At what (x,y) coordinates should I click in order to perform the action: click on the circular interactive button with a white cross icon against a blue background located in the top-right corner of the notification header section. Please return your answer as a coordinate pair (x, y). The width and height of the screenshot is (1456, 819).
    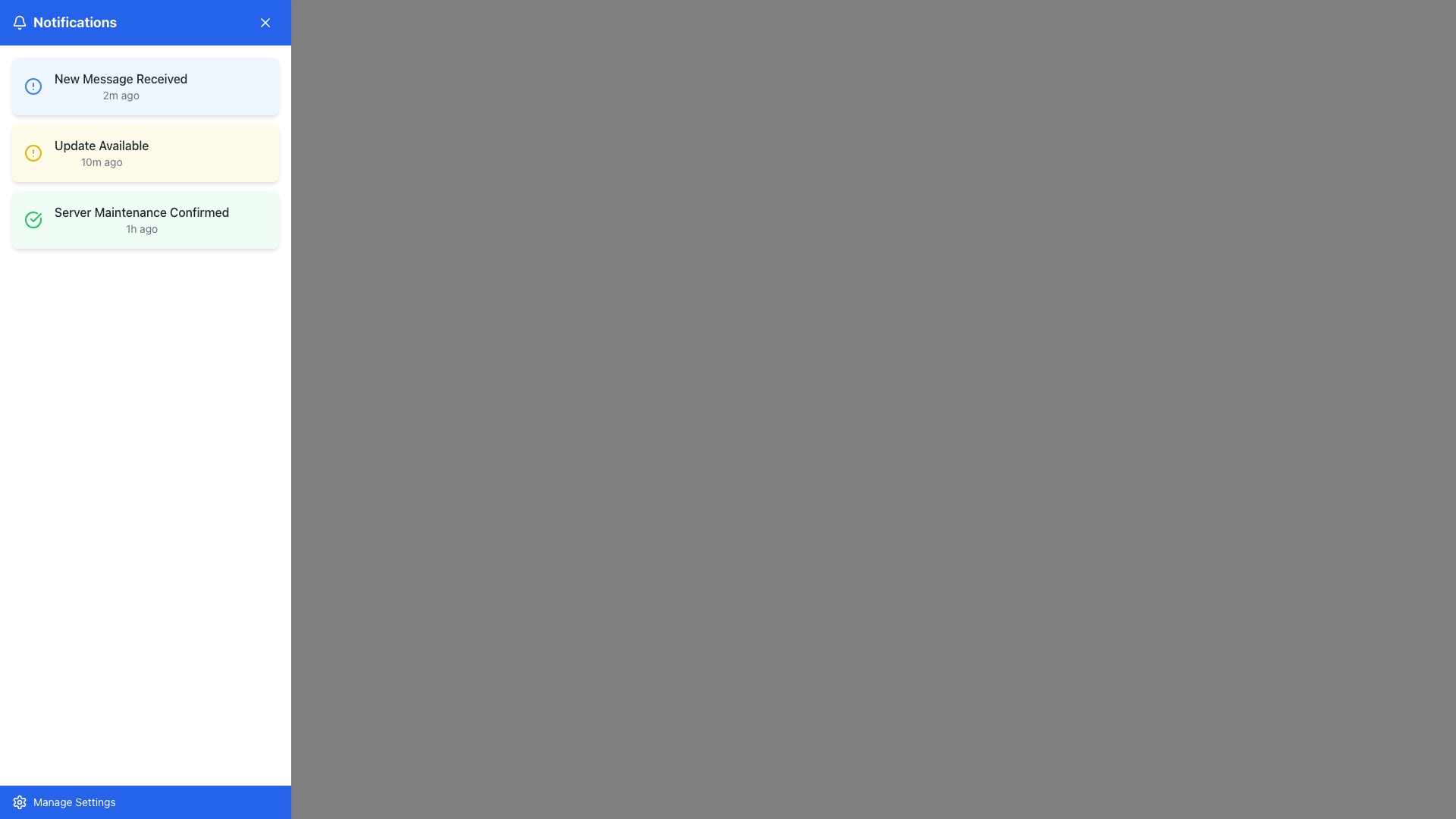
    Looking at the image, I should click on (265, 23).